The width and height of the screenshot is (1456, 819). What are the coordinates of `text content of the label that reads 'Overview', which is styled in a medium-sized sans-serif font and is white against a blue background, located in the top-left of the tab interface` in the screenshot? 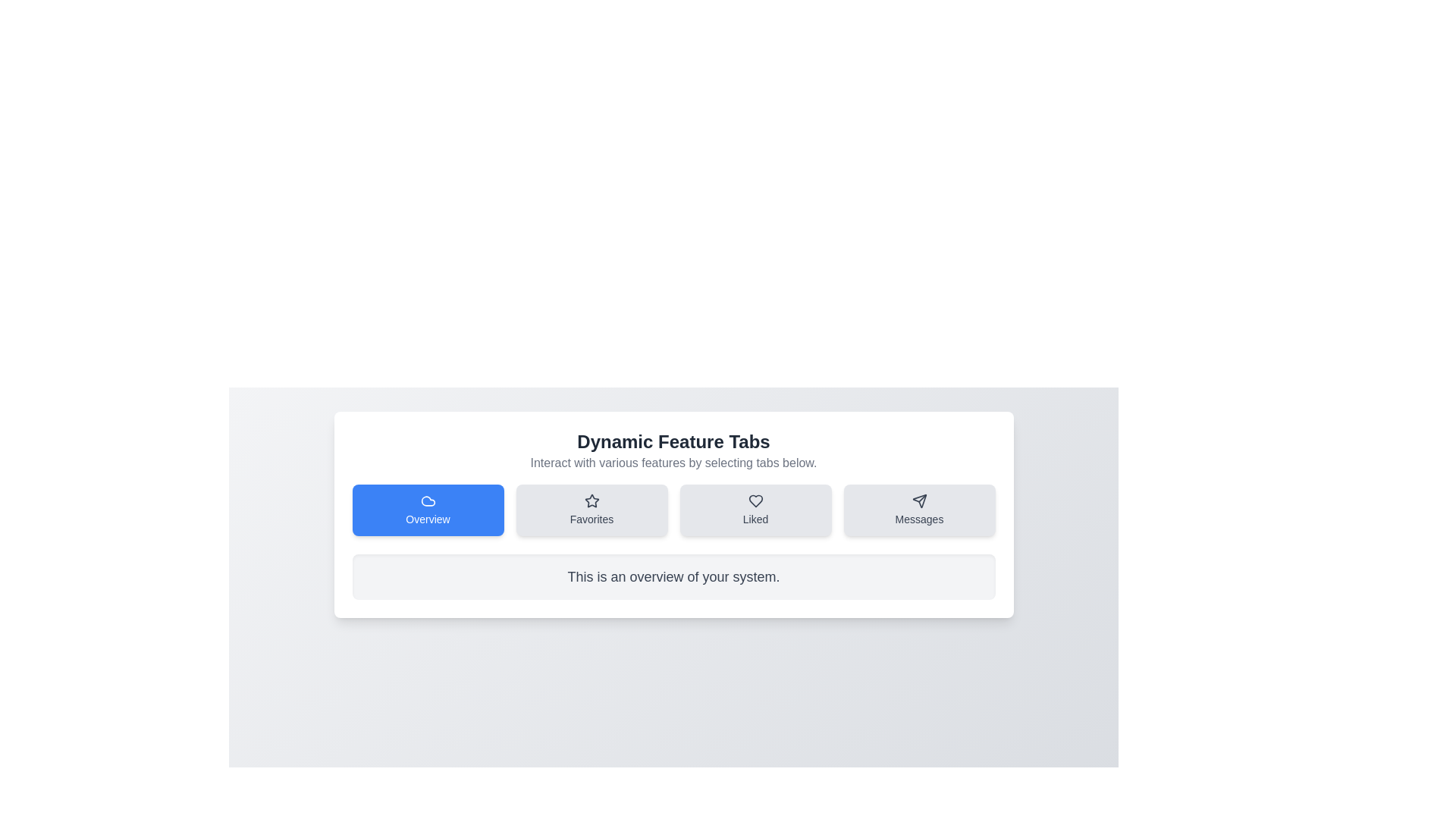 It's located at (427, 519).